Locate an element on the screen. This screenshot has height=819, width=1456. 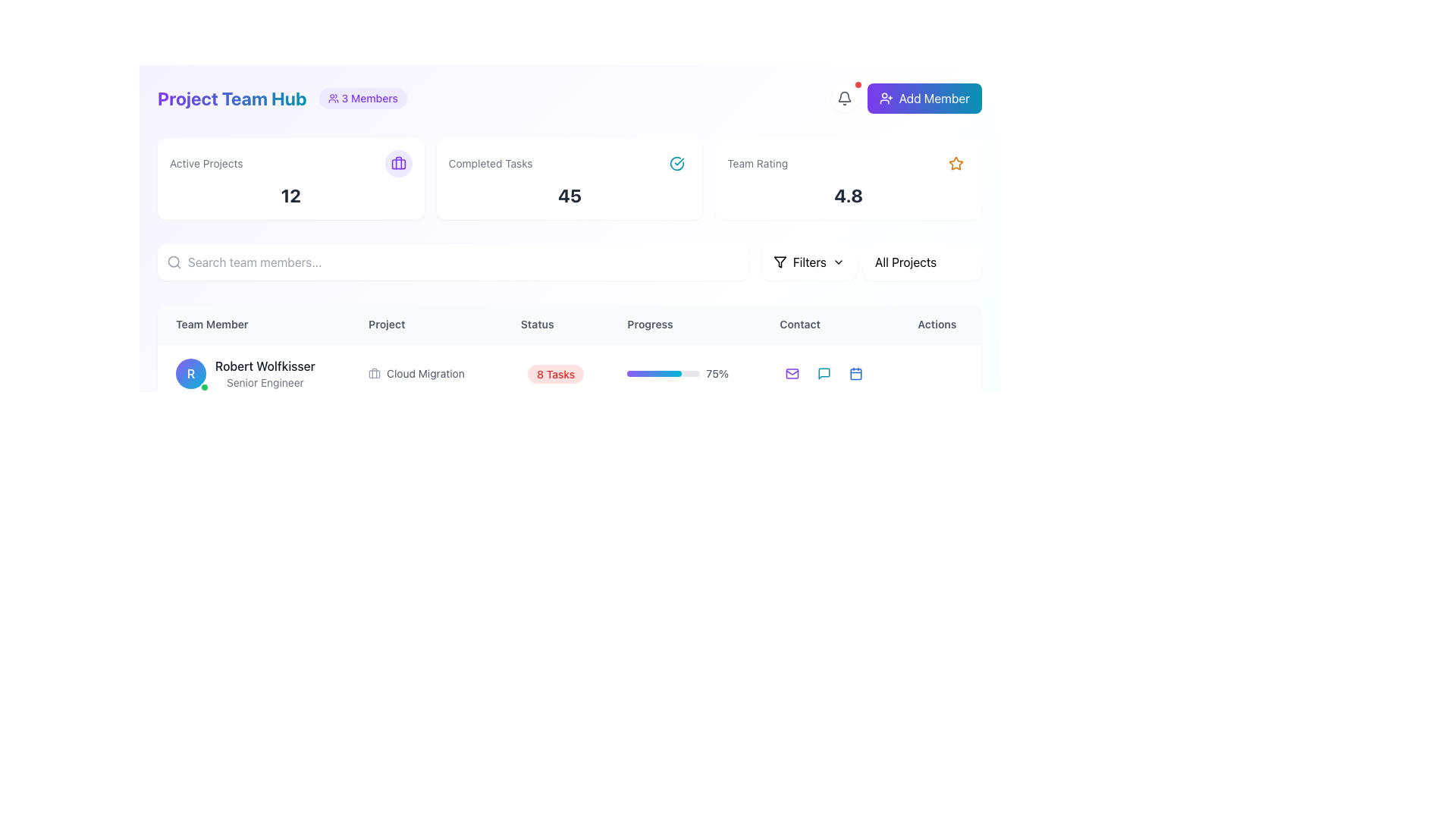
the progress bar indicating '75%' for user 'Robert Wolfkisser' in the team management interface is located at coordinates (684, 374).